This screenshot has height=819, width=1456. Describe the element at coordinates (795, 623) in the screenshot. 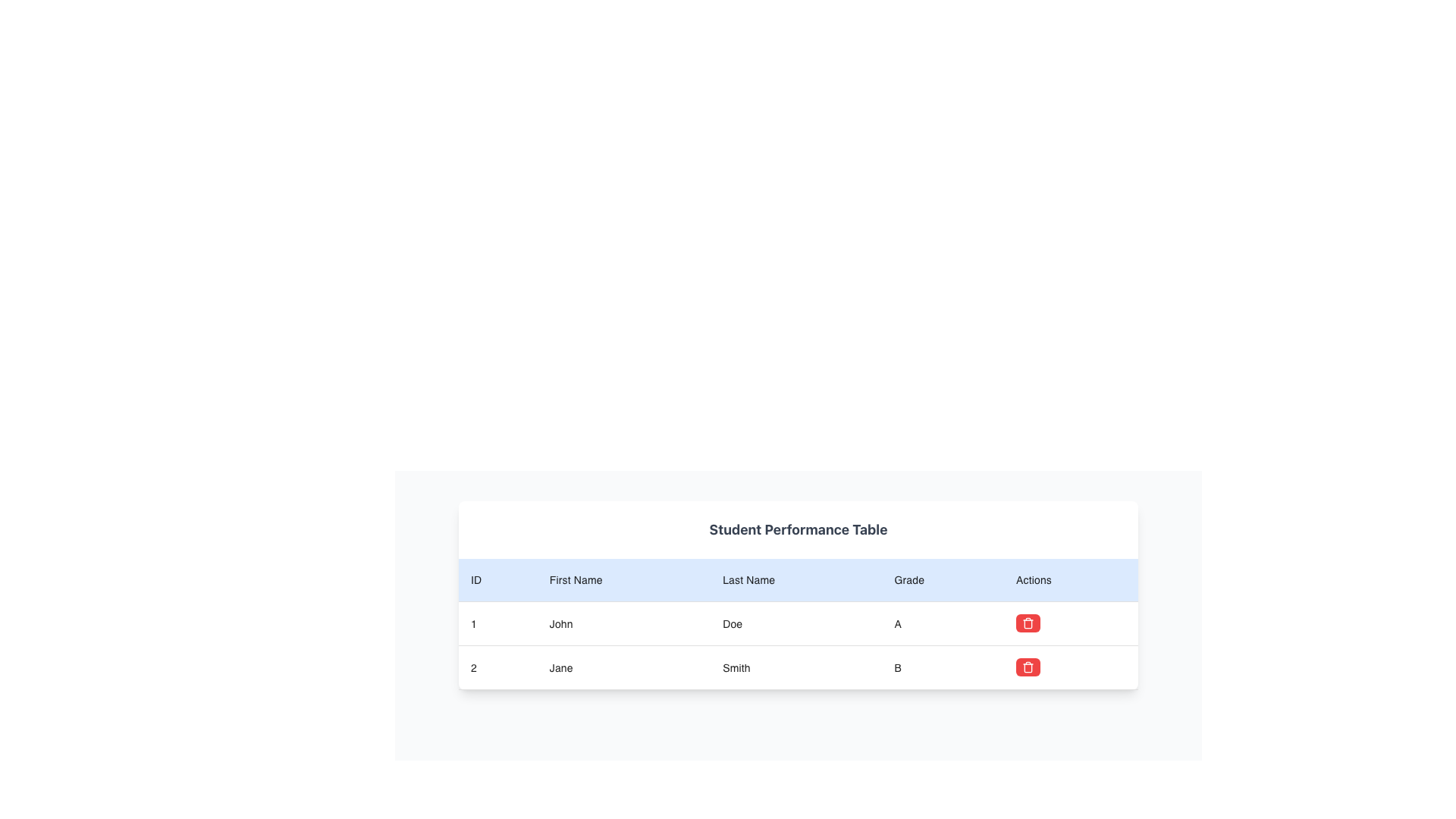

I see `to select the table cell displaying the last name 'Doe' in the 'Student Performance Table', which is located in the third column of the first row` at that location.